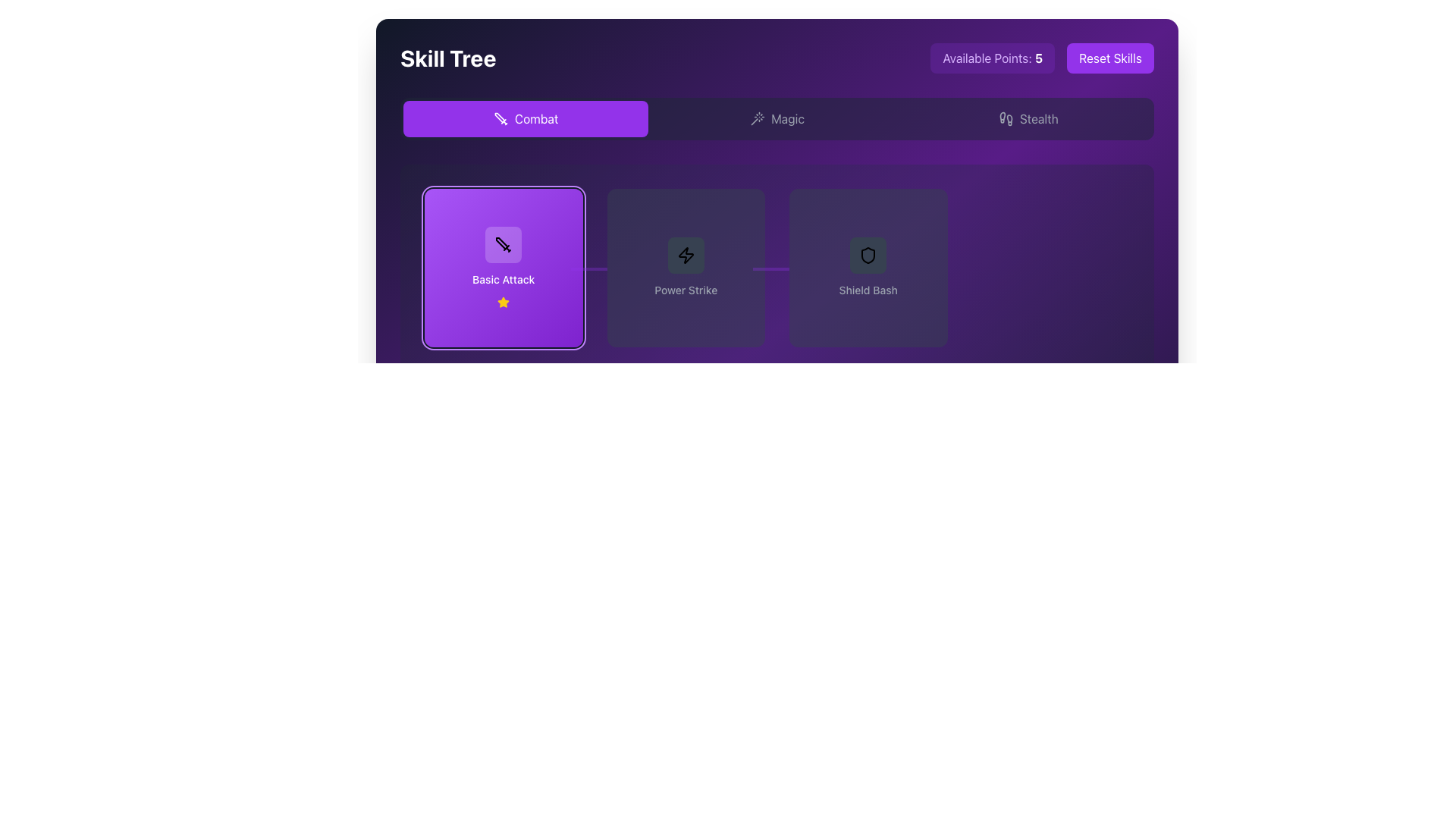 This screenshot has height=819, width=1456. What do you see at coordinates (685, 267) in the screenshot?
I see `the 'Power Strike' Skill card, which is a rectangular card with a dark background featuring a lightning bolt icon above the text 'Power Strike', located in the middle of three skill cards in the combat skill section` at bounding box center [685, 267].